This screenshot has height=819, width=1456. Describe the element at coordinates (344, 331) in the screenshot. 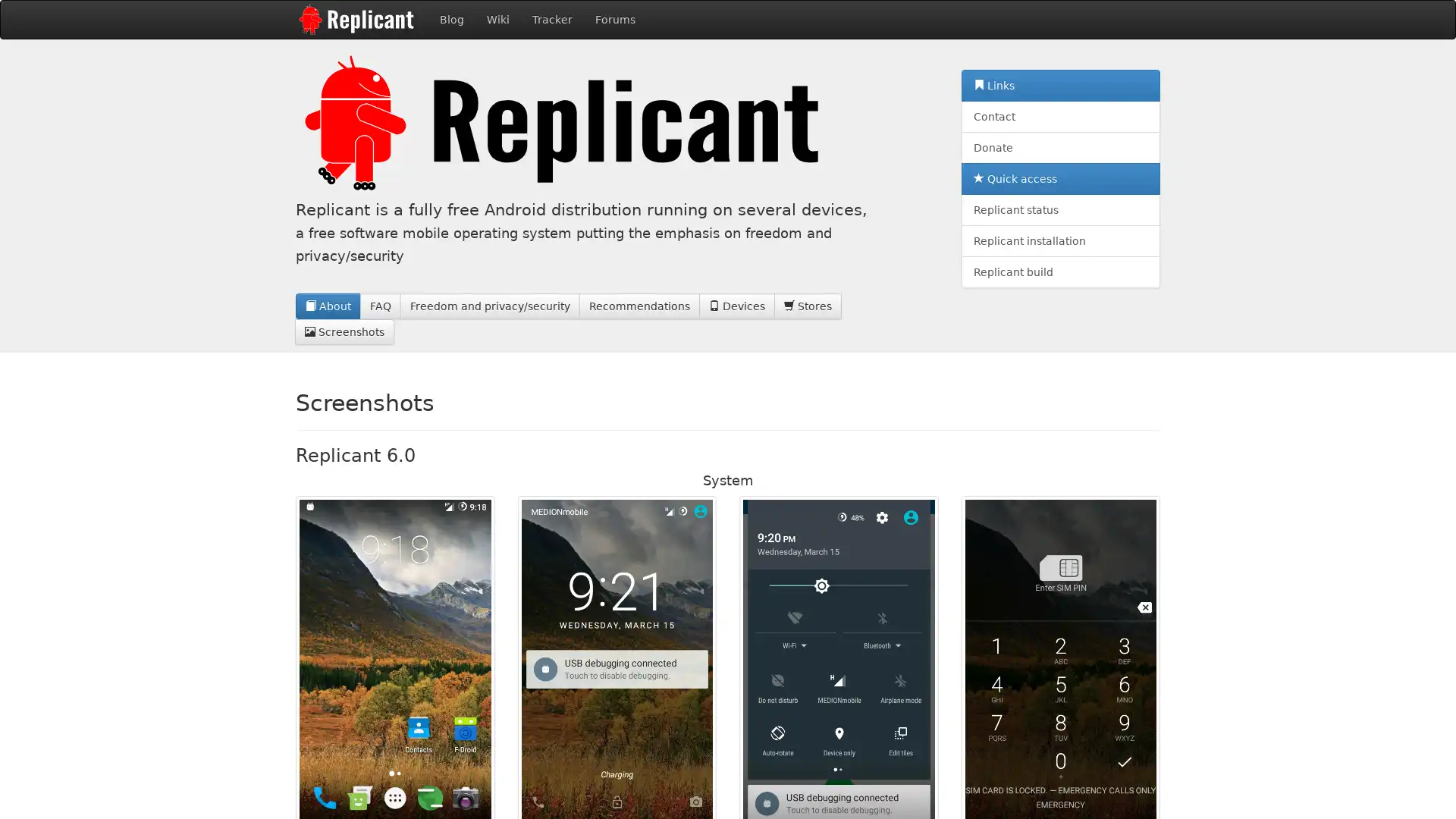

I see `Screenshots` at that location.